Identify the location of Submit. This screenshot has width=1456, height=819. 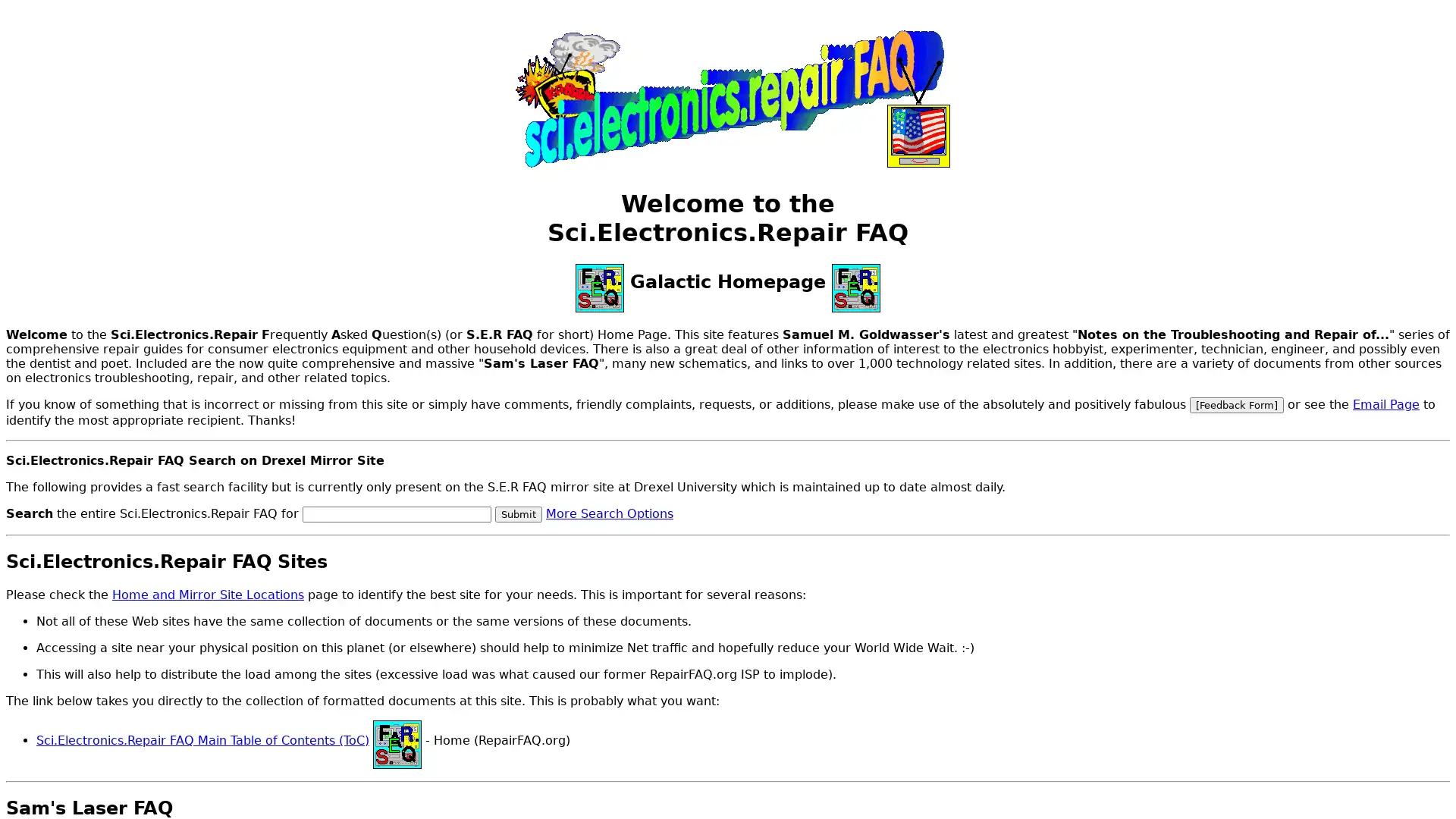
(518, 513).